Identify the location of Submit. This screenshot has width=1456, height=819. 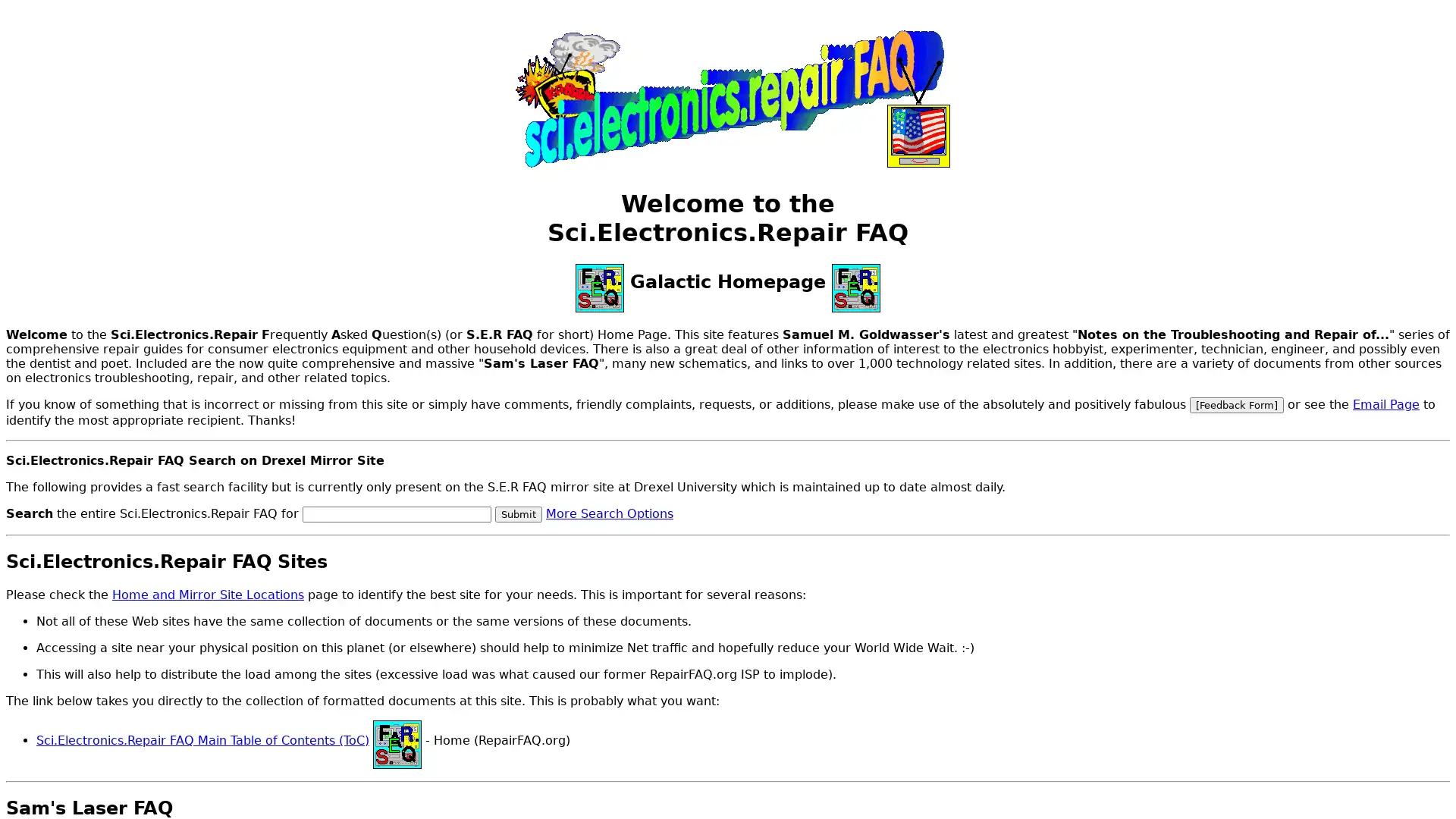
(518, 513).